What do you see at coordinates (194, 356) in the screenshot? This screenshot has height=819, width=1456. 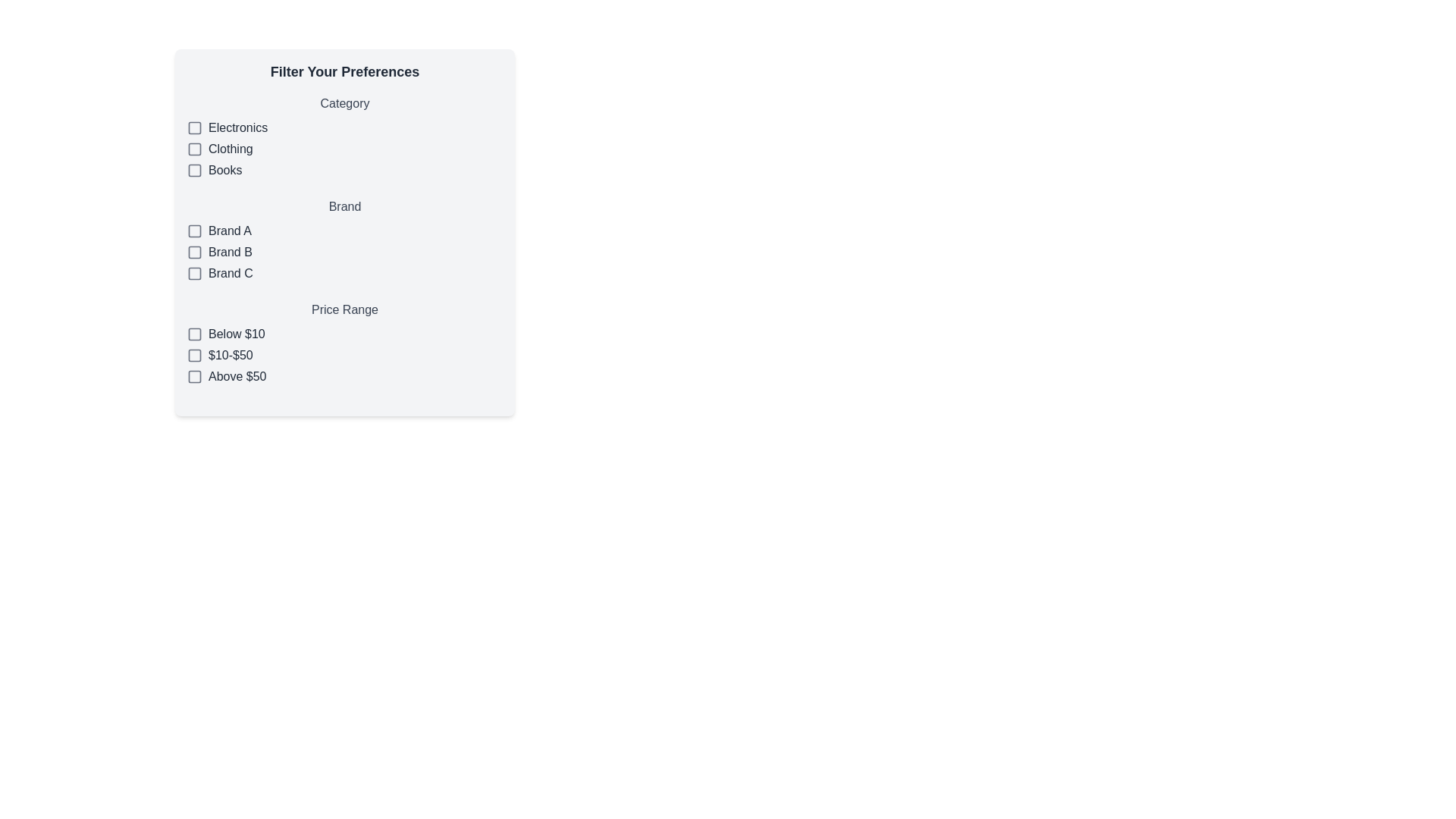 I see `the second checkbox in the 'Price Range' section` at bounding box center [194, 356].